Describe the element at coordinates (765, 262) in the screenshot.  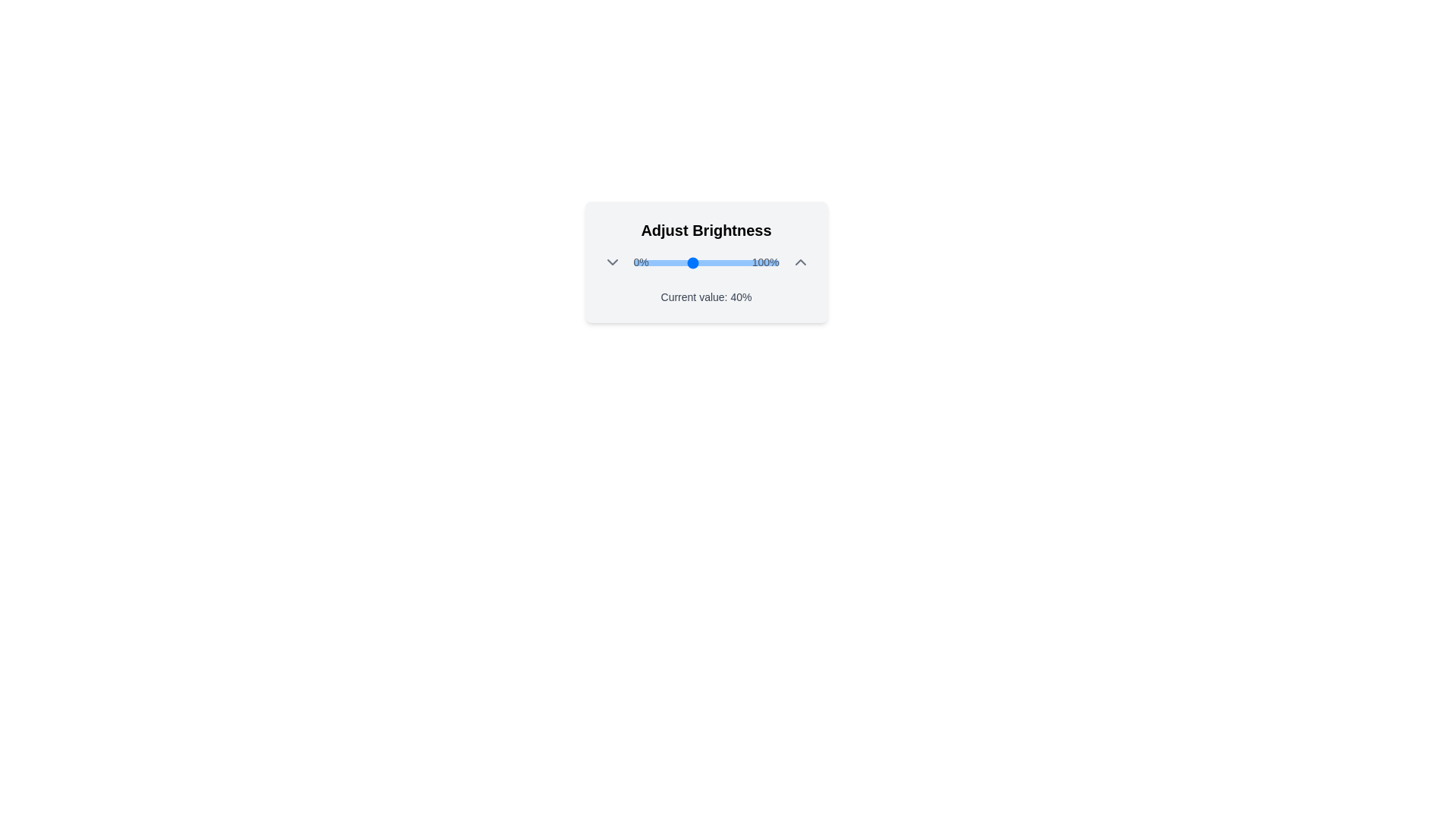
I see `the Text Label indicating the maximum possible value (100%) for the brightness adjustment slider, located at the far right end of the brightness adjustment bar` at that location.